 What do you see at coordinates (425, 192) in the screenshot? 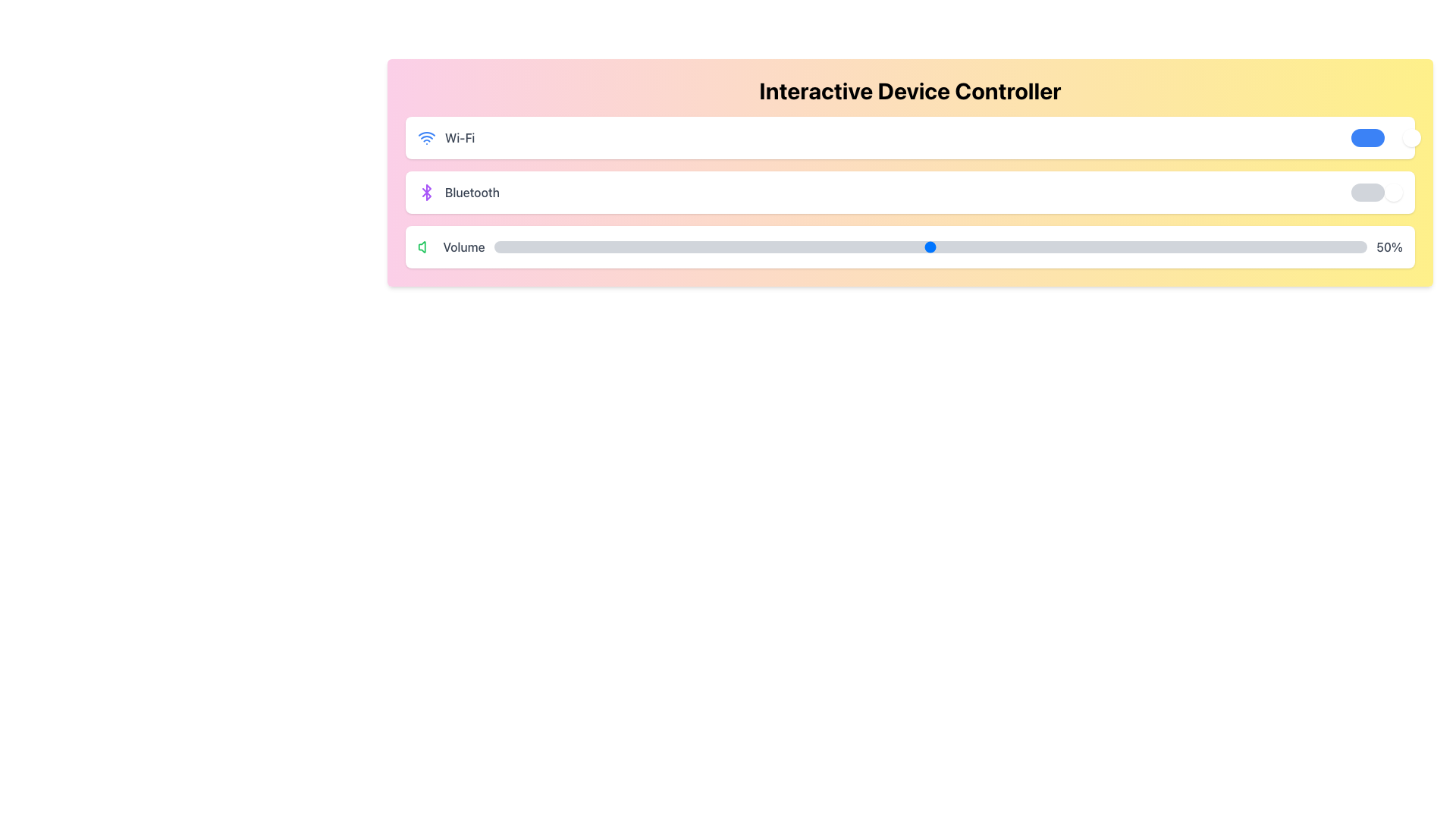
I see `the Bluetooth icon, which is a stylized 'B' formed by two interlocking lines in purple, located in the second row, to the left of the 'Bluetooth' label` at bounding box center [425, 192].